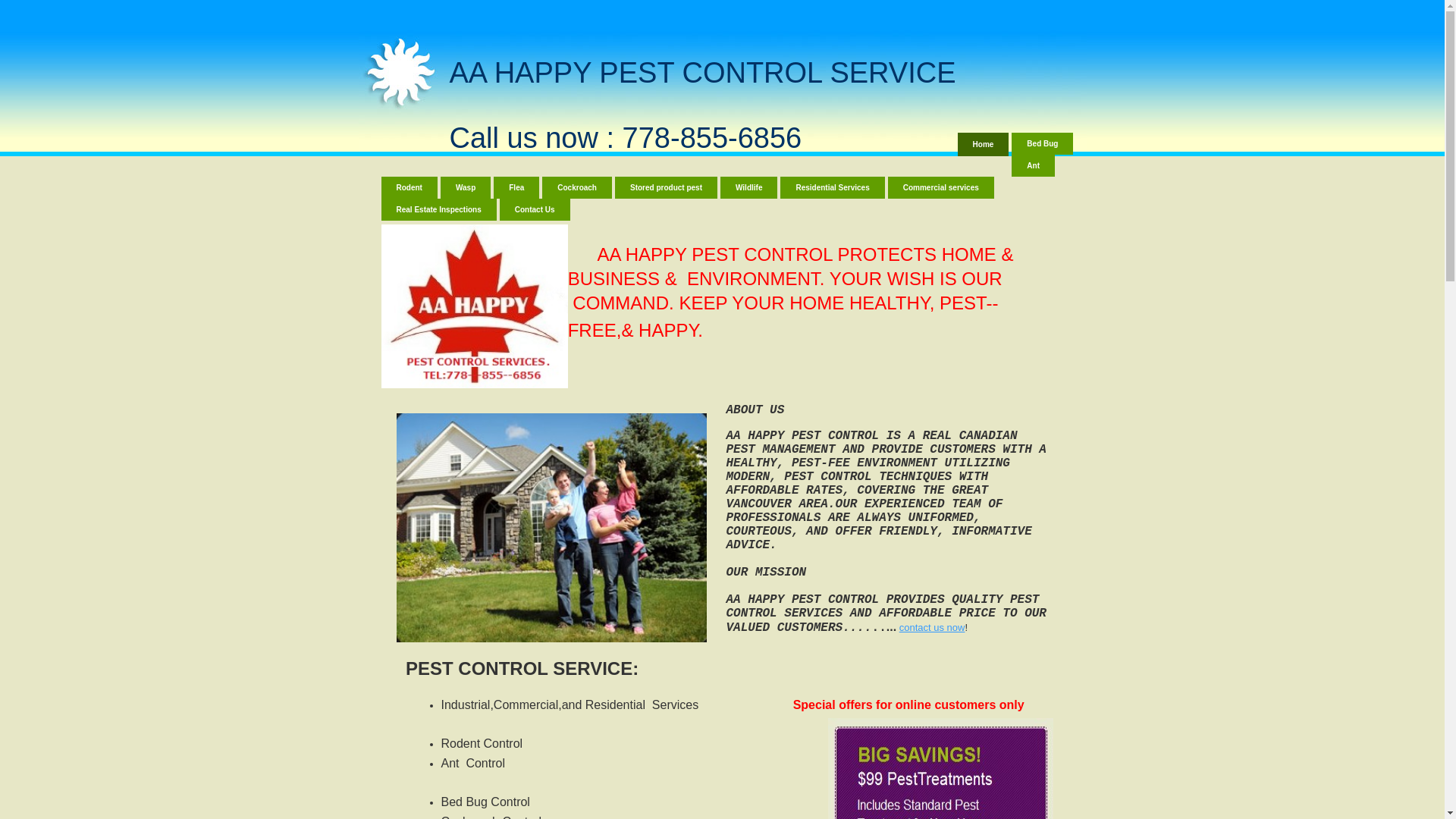  Describe the element at coordinates (437, 209) in the screenshot. I see `'Real Estate Inspections'` at that location.